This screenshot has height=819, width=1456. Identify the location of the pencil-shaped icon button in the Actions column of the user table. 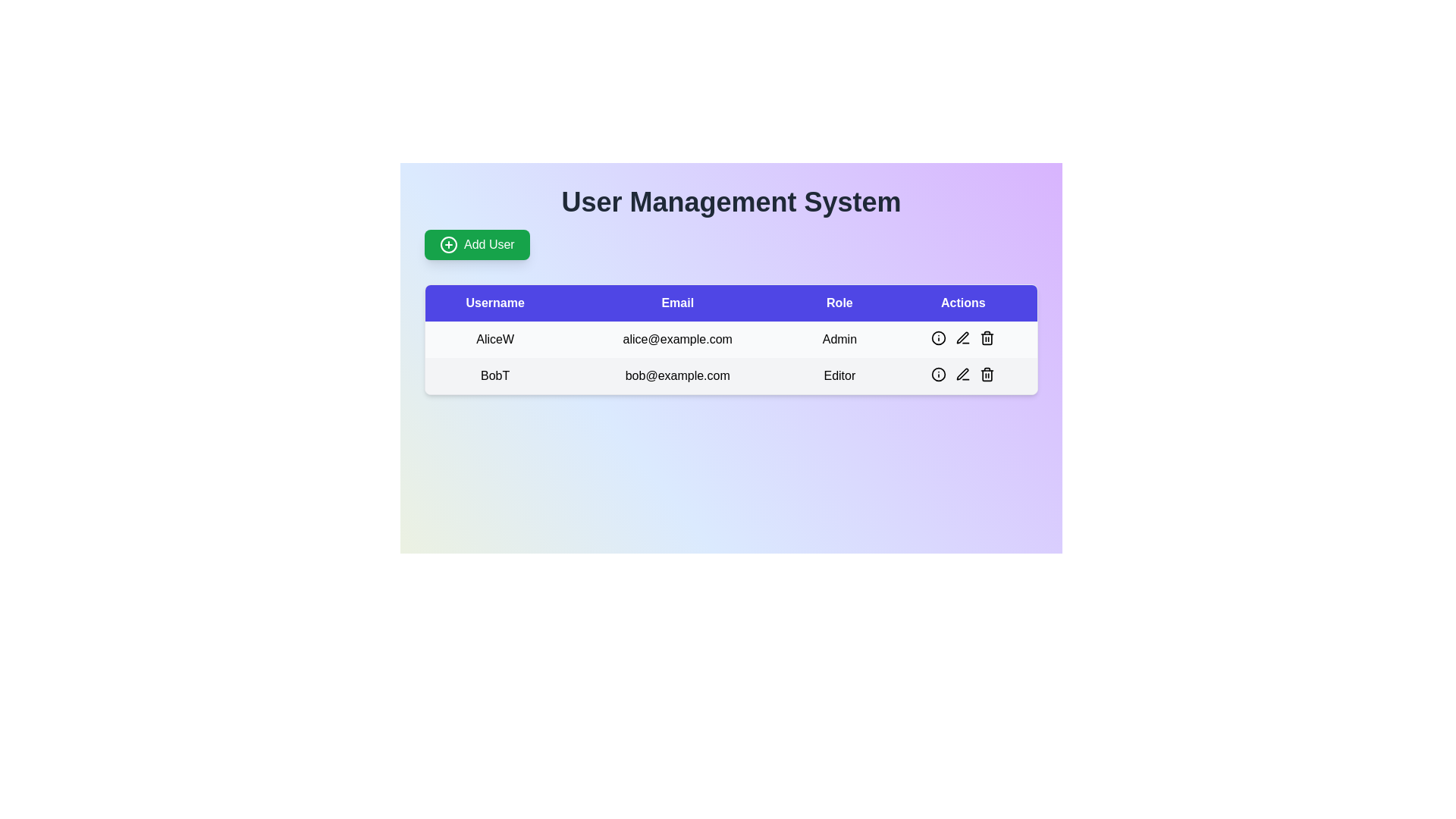
(962, 374).